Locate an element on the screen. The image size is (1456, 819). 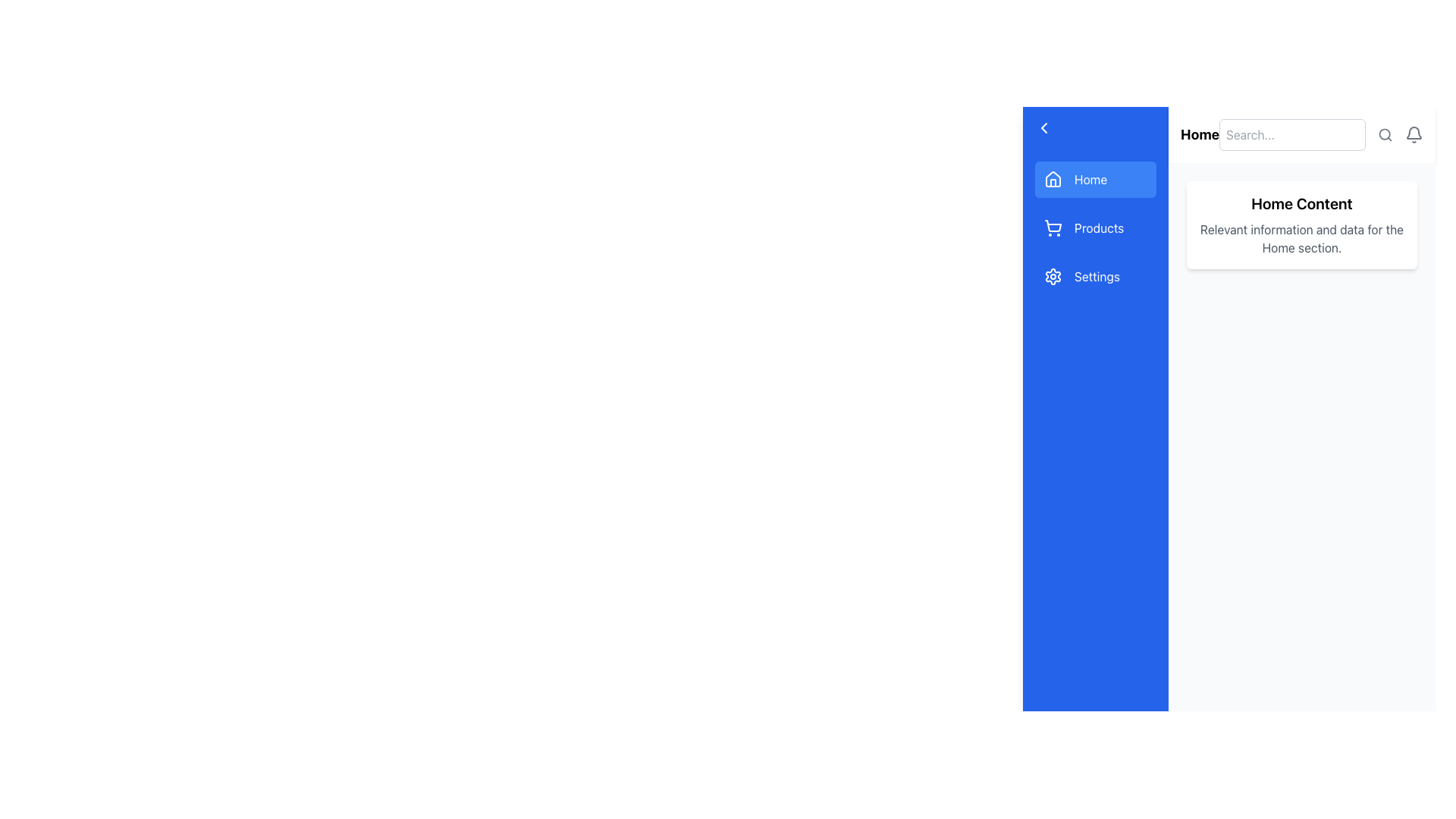
bold, large-sized text label displaying the word 'Home', which is prominently styled as a section header located on the right-hand side of the header bar is located at coordinates (1199, 133).